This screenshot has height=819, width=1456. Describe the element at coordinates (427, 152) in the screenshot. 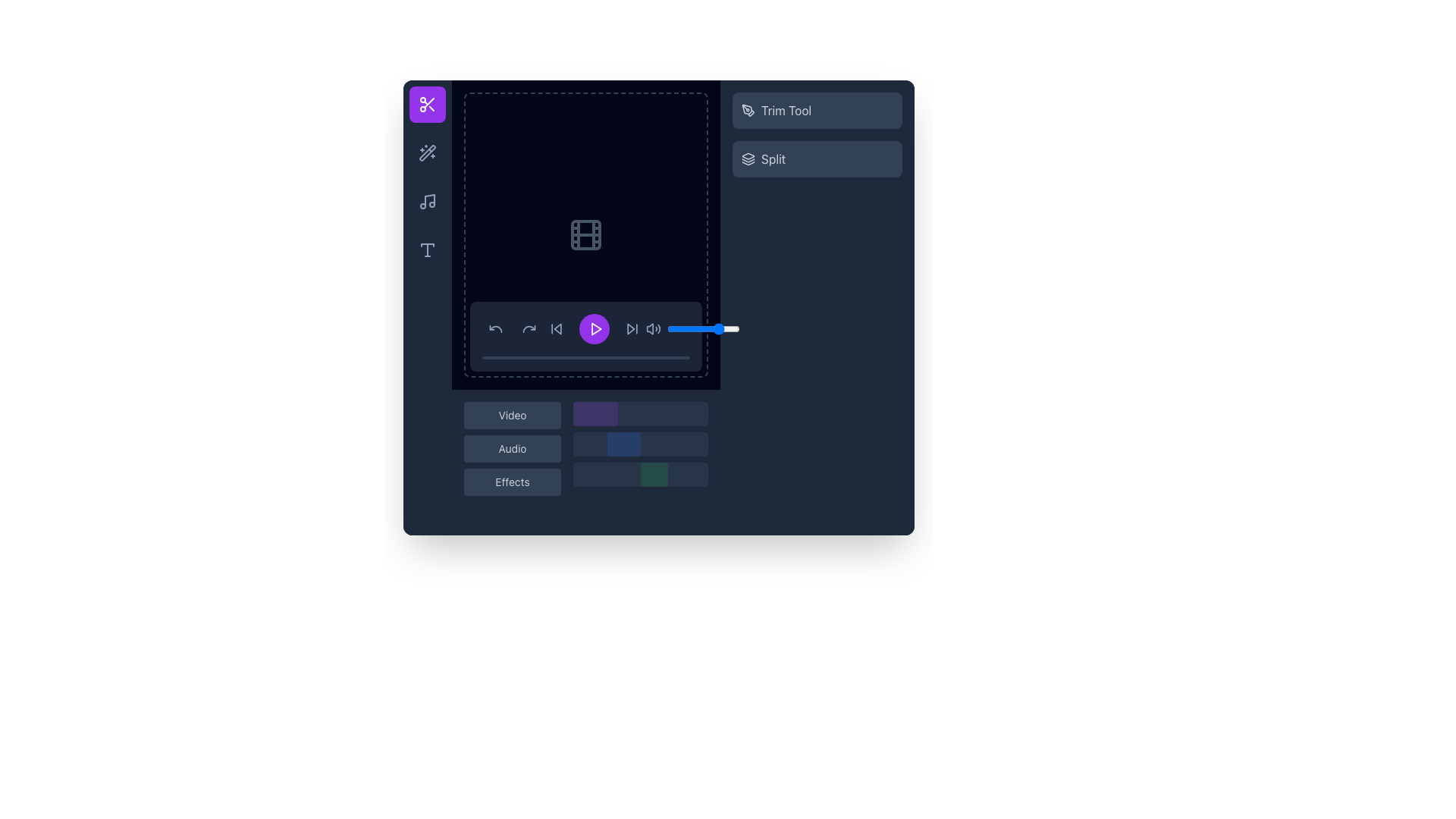

I see `the icon button featuring a wand and sparkles design, located directly below the scissors icon in the left-hand sidebar` at that location.